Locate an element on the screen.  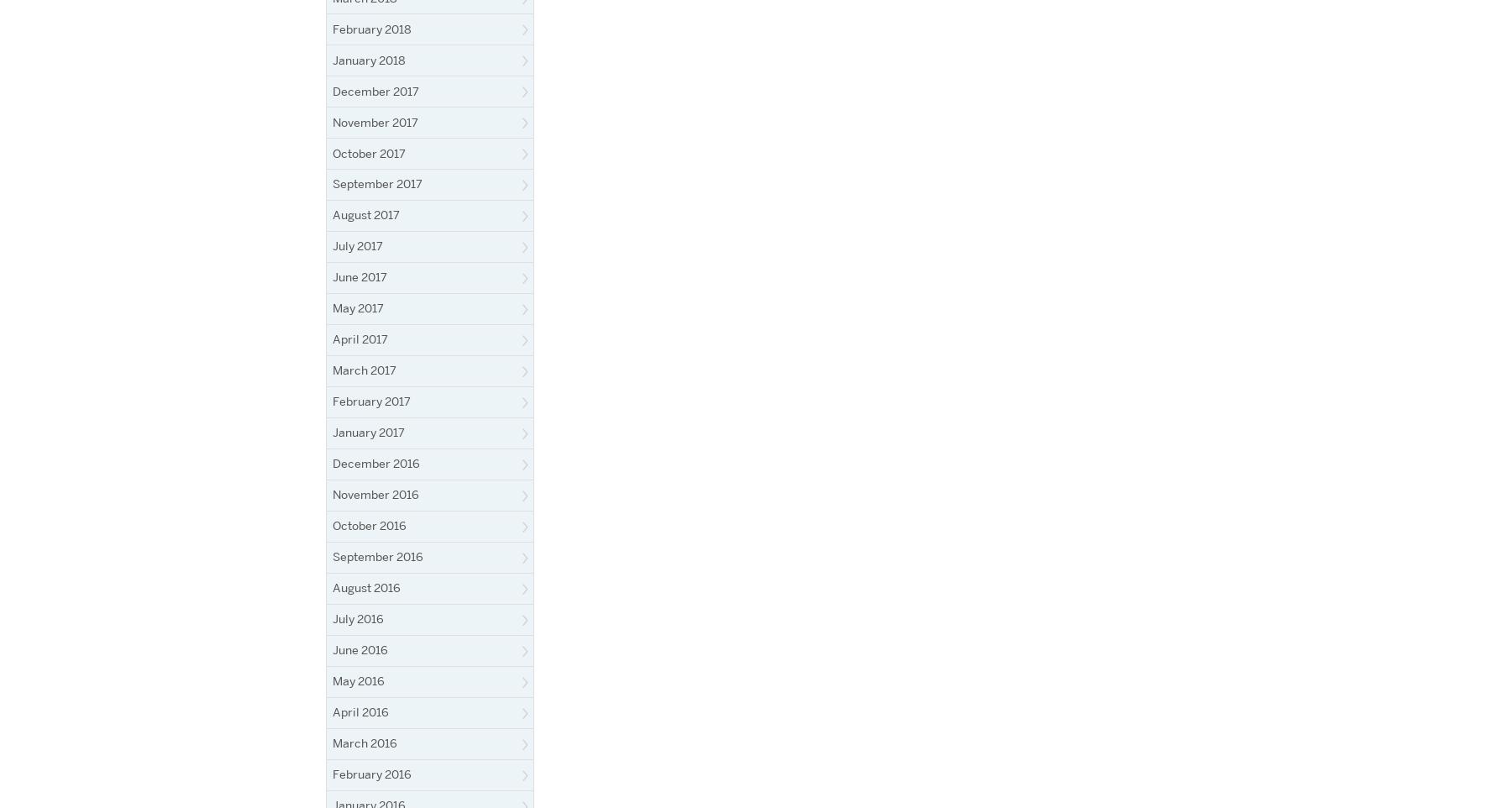
'May 2017' is located at coordinates (333, 308).